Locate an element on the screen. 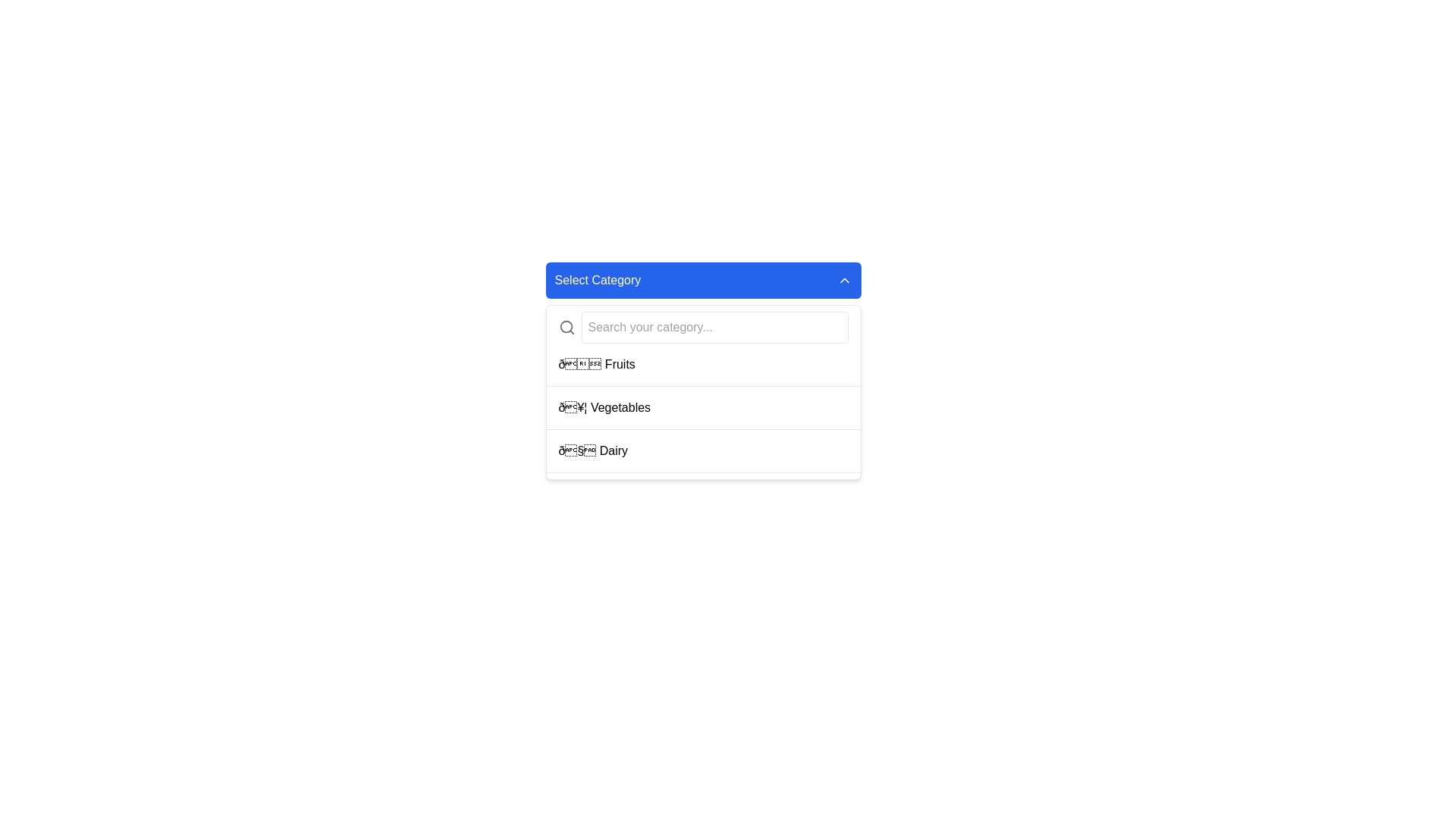 The width and height of the screenshot is (1456, 819). the magnifying glass search icon located inside the 'Select Category' dropdown is located at coordinates (566, 327).